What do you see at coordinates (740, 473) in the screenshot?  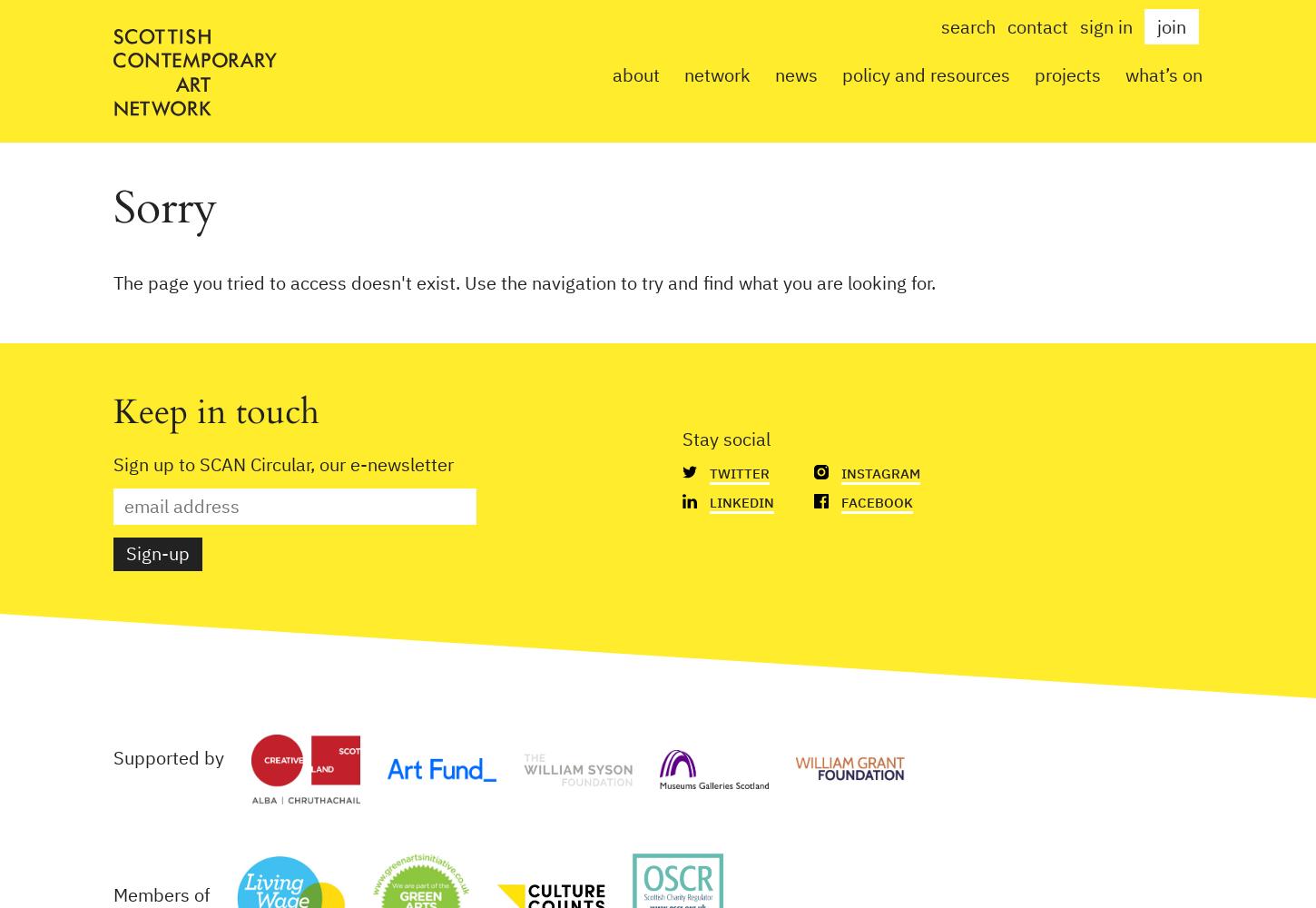 I see `'Twitter'` at bounding box center [740, 473].